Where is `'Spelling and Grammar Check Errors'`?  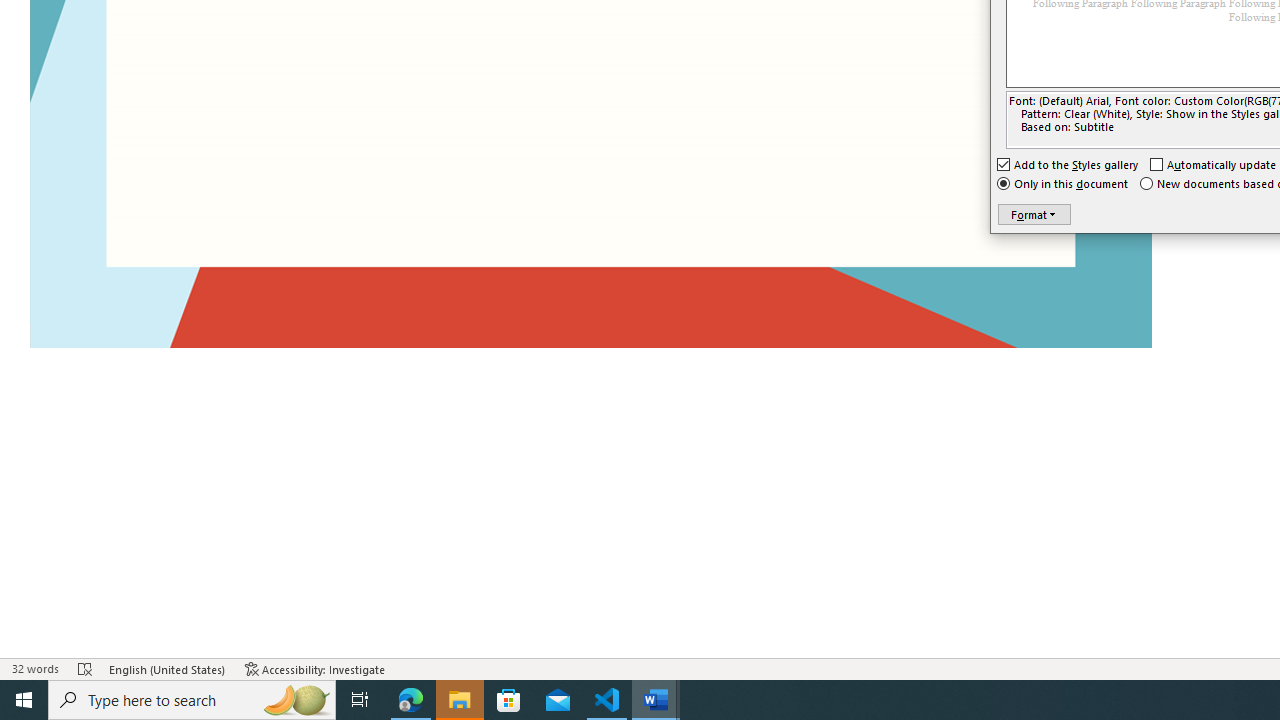
'Spelling and Grammar Check Errors' is located at coordinates (85, 669).